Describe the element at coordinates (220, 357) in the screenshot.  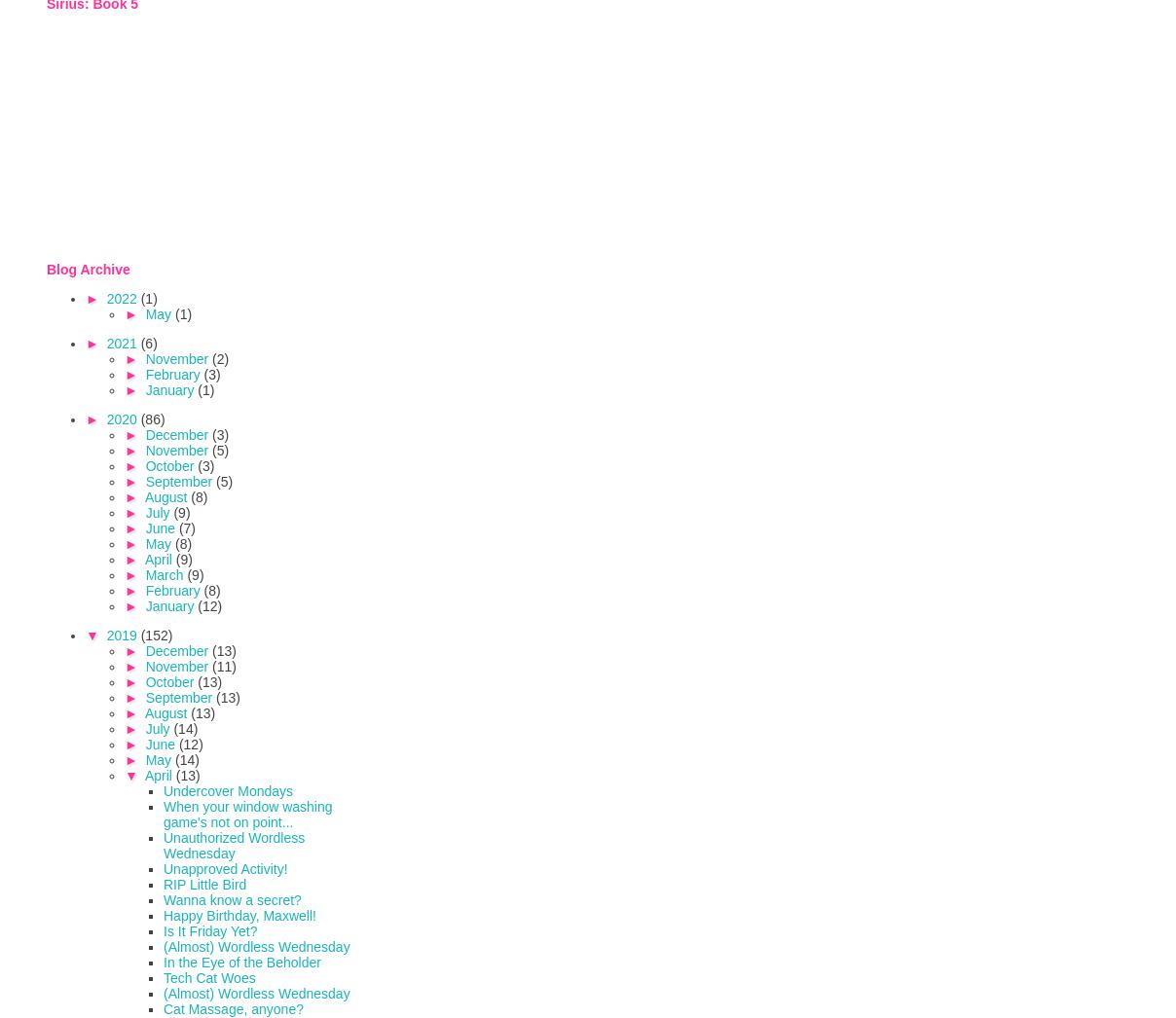
I see `'(2)'` at that location.